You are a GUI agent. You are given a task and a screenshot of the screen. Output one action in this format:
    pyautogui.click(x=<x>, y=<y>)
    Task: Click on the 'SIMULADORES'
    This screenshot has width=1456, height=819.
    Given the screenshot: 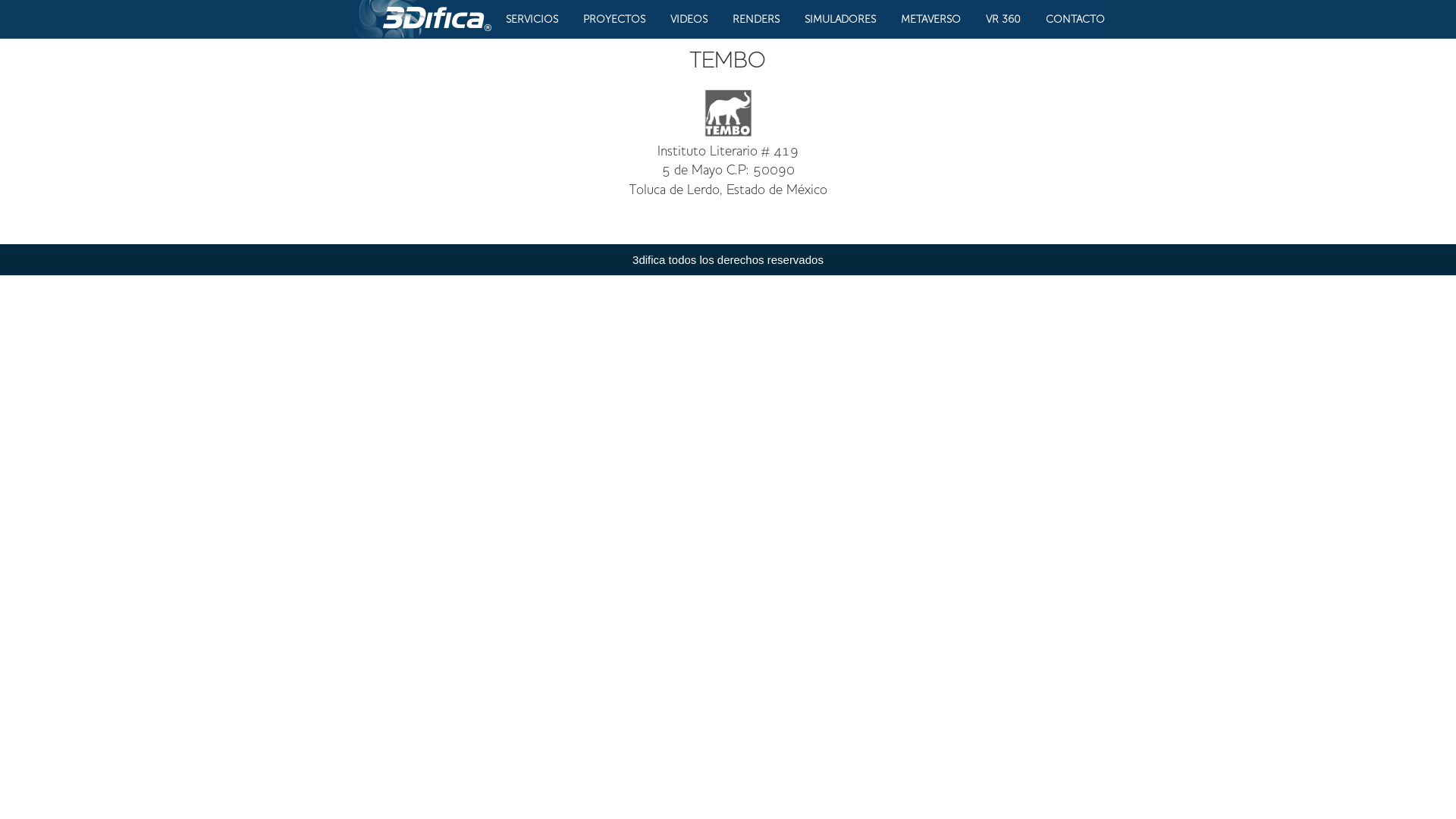 What is the action you would take?
    pyautogui.click(x=839, y=20)
    